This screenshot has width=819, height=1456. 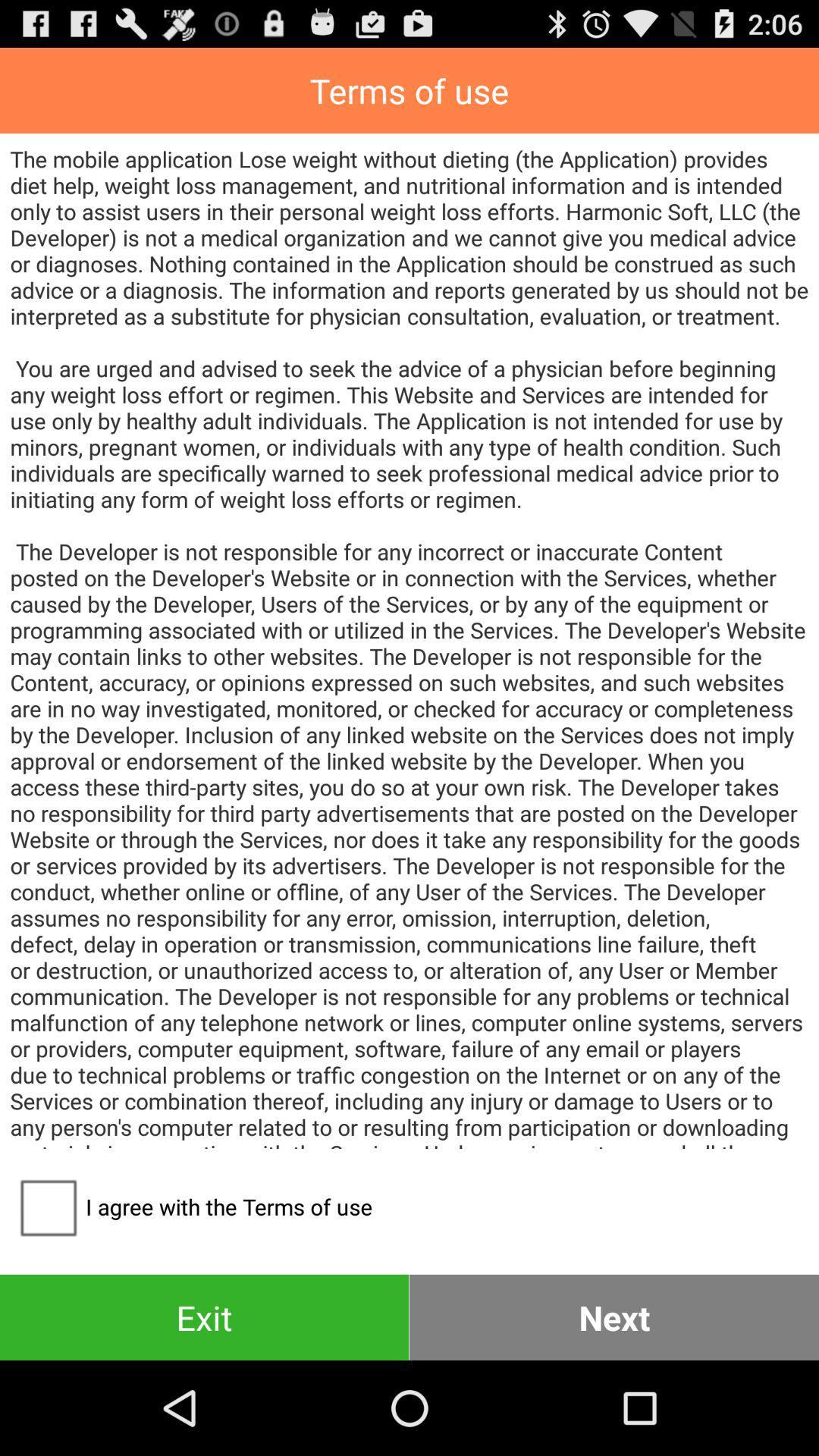 I want to click on button next to next, so click(x=203, y=1316).